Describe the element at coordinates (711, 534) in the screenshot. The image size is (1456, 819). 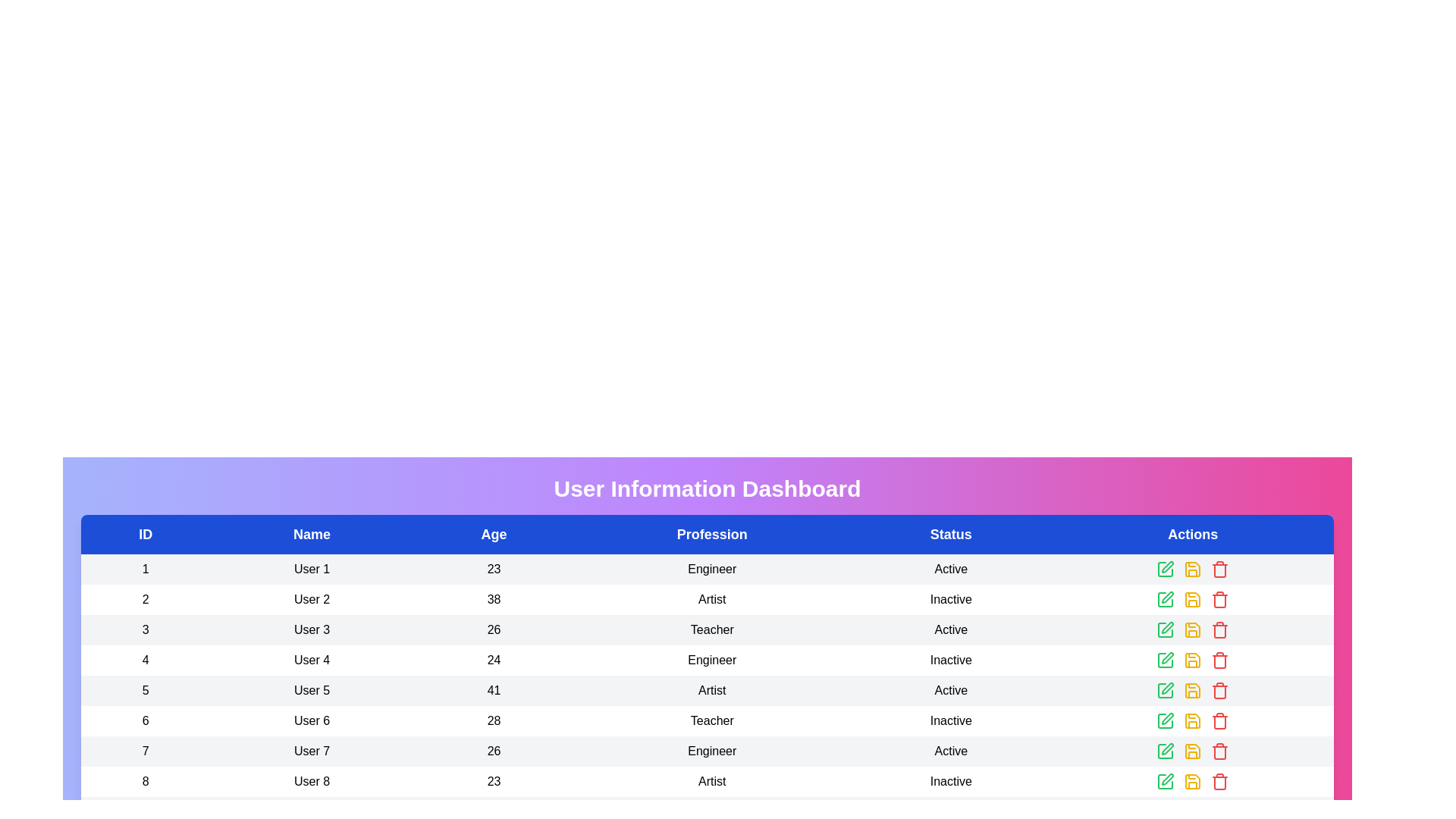
I see `the column header labeled 'Profession' to sort the table by that column` at that location.